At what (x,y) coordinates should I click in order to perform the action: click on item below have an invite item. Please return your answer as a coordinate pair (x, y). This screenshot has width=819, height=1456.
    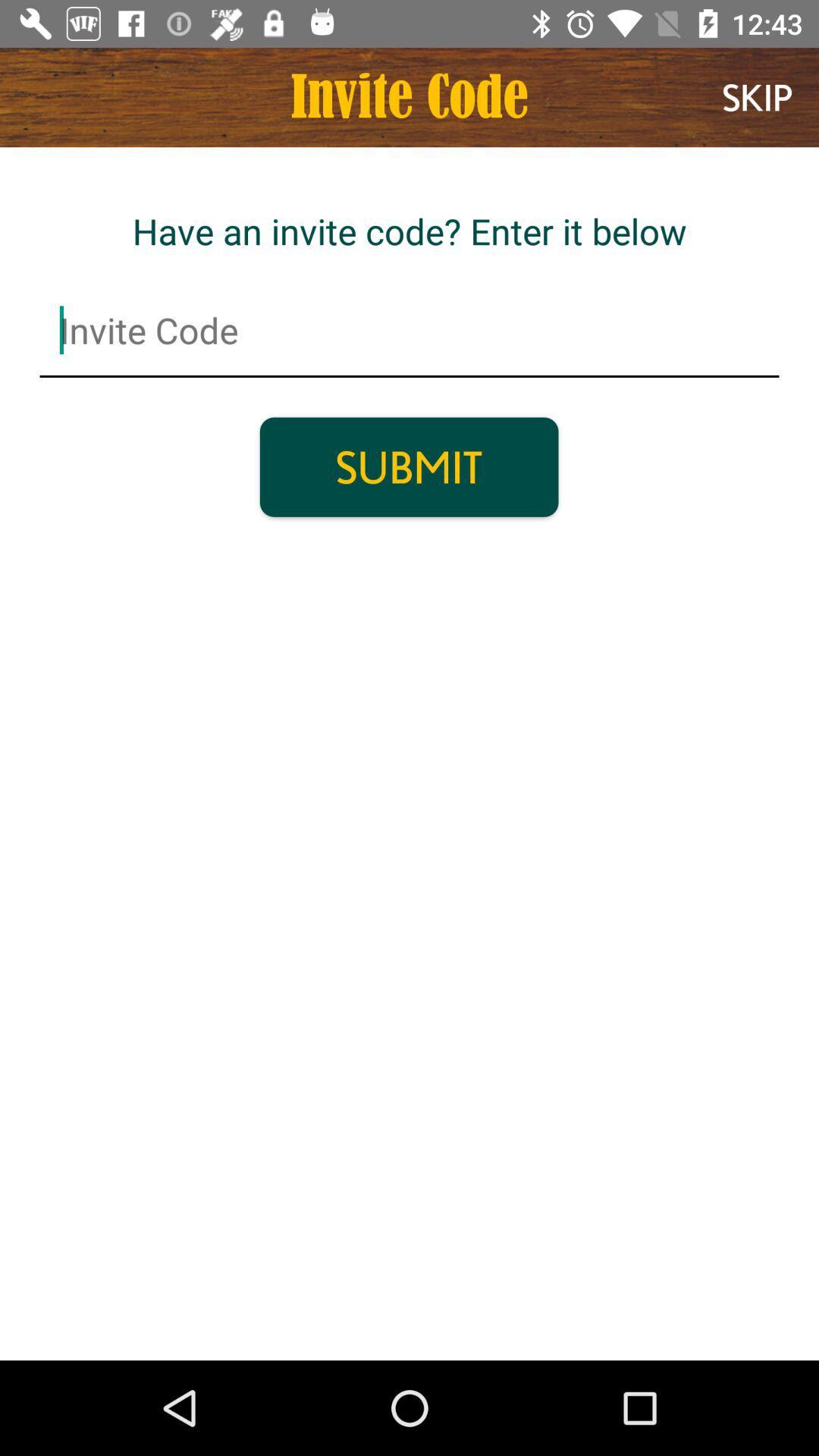
    Looking at the image, I should click on (409, 329).